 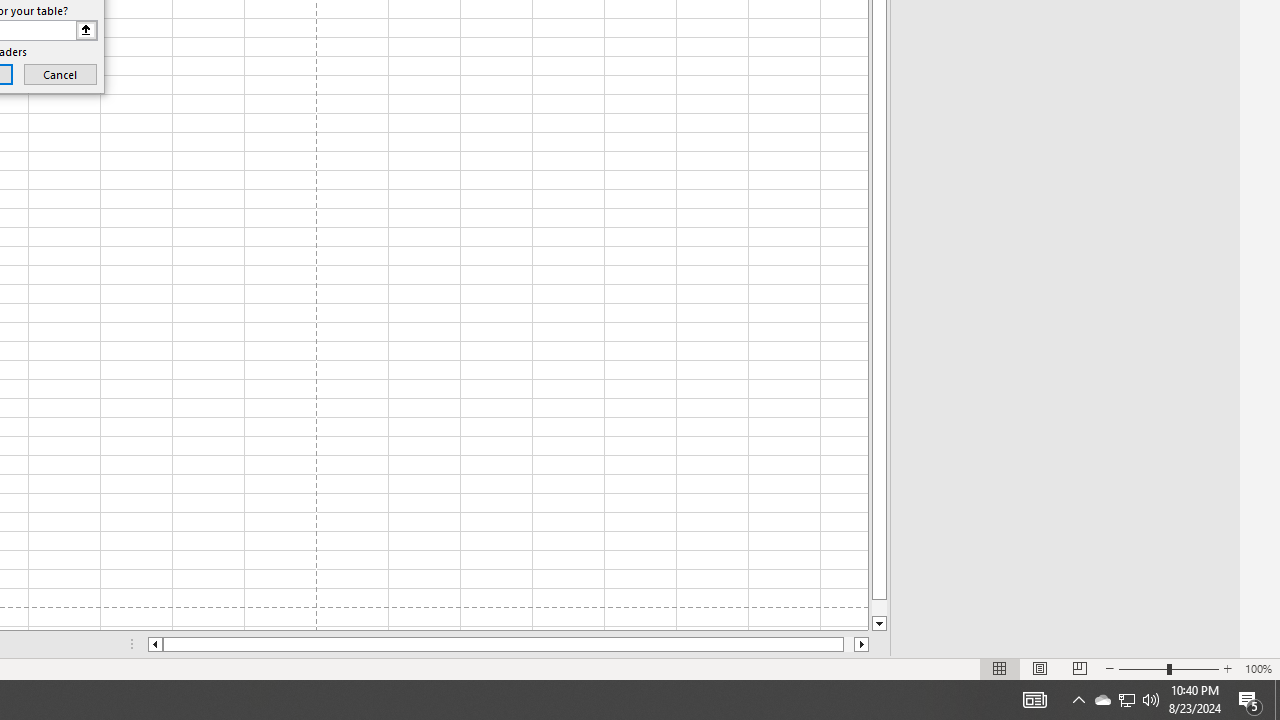 I want to click on 'Zoom Out', so click(x=1143, y=669).